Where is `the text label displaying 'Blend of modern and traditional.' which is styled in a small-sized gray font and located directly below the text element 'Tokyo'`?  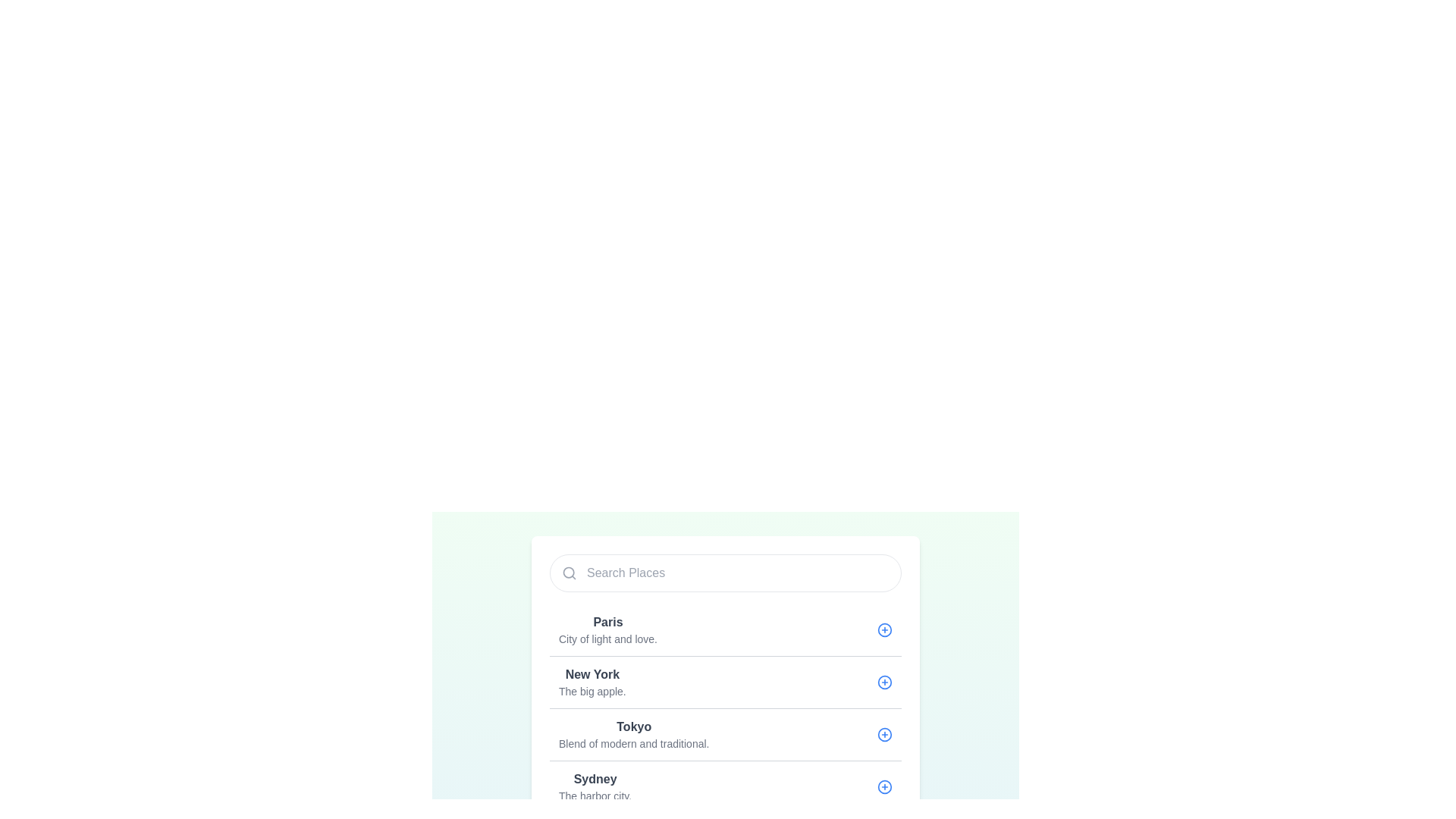
the text label displaying 'Blend of modern and traditional.' which is styled in a small-sized gray font and located directly below the text element 'Tokyo' is located at coordinates (634, 742).